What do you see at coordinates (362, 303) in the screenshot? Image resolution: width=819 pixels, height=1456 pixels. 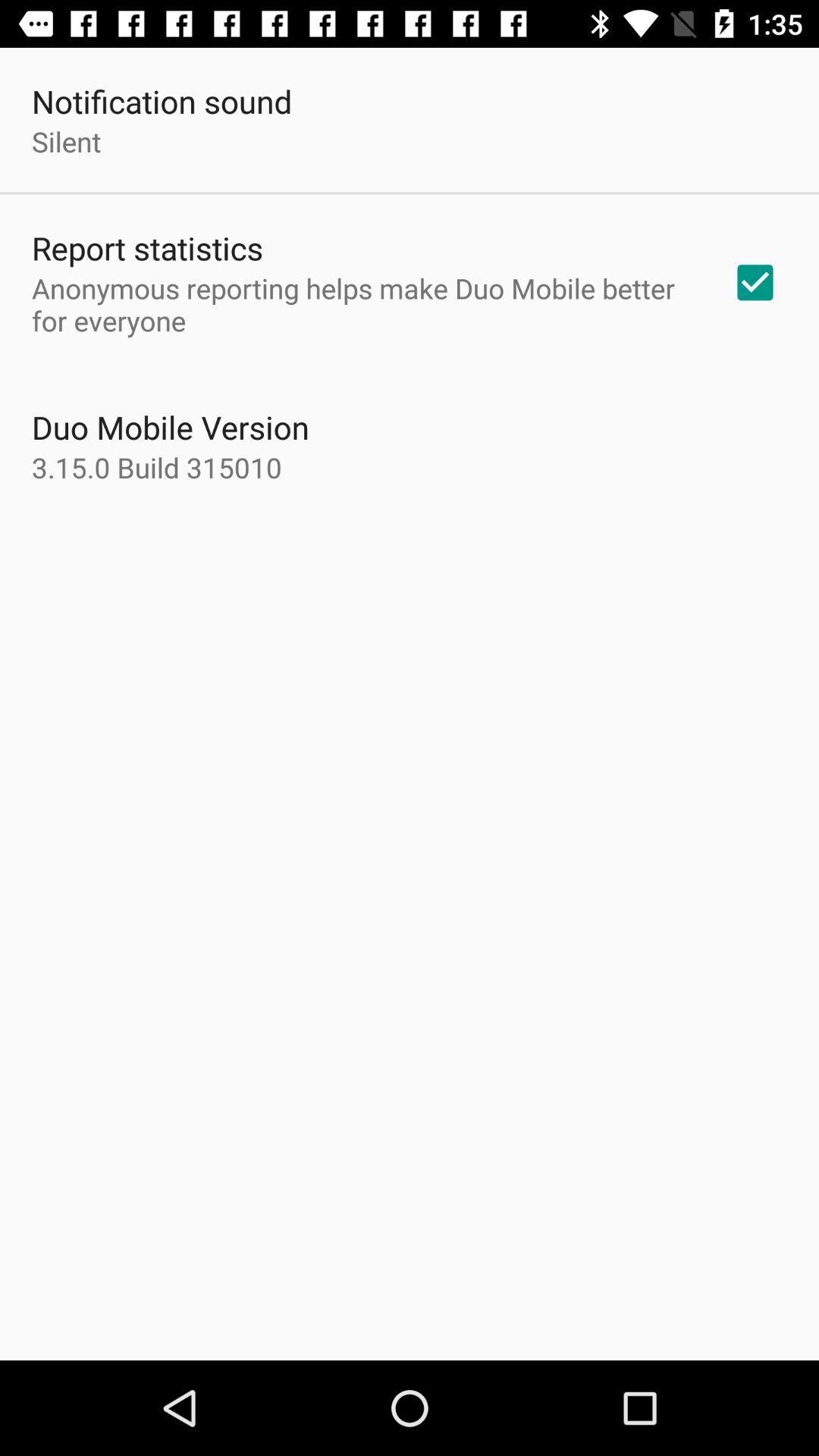 I see `the anonymous reporting helps item` at bounding box center [362, 303].